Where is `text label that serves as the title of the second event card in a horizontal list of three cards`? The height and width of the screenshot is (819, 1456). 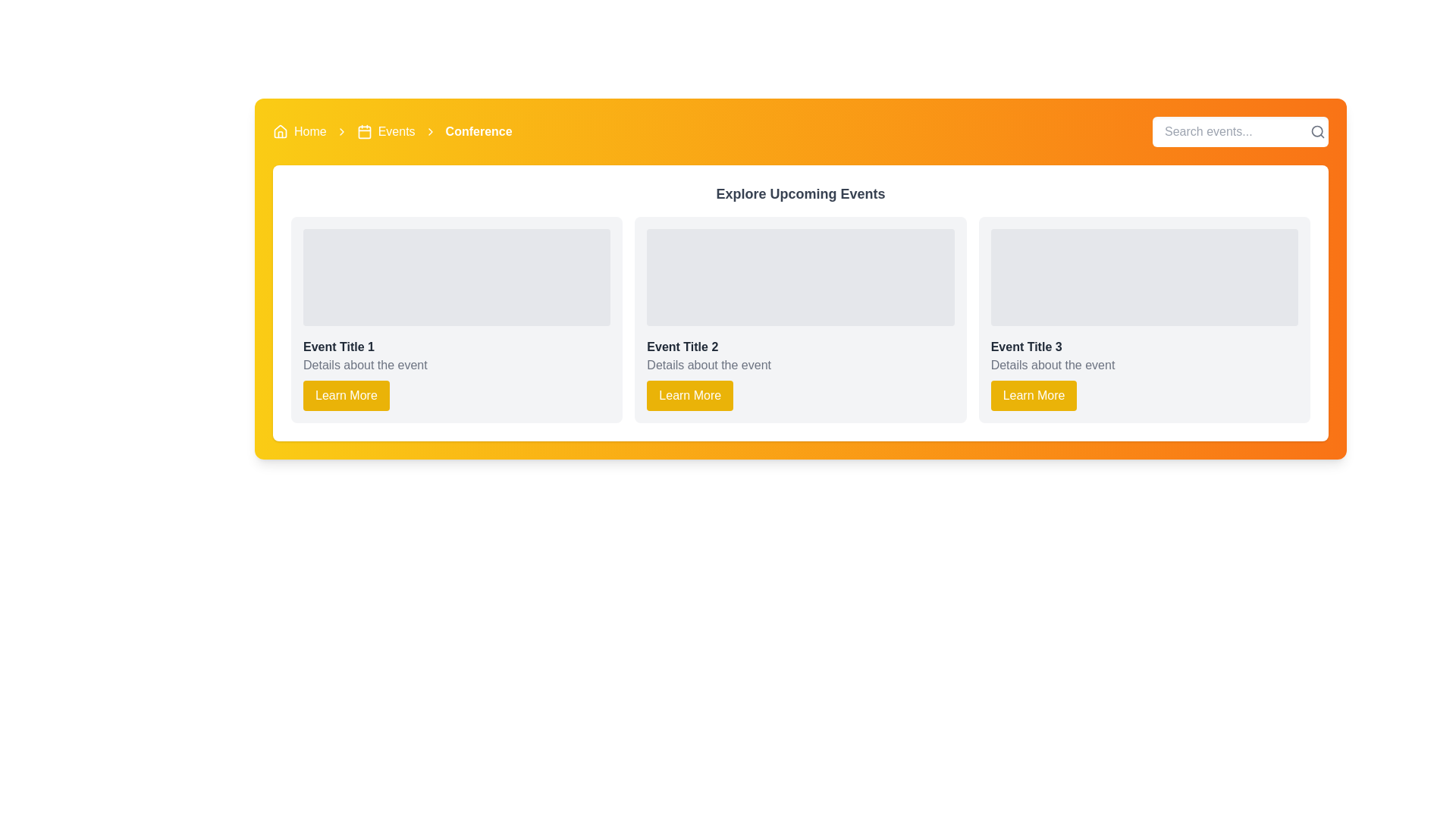
text label that serves as the title of the second event card in a horizontal list of three cards is located at coordinates (682, 347).